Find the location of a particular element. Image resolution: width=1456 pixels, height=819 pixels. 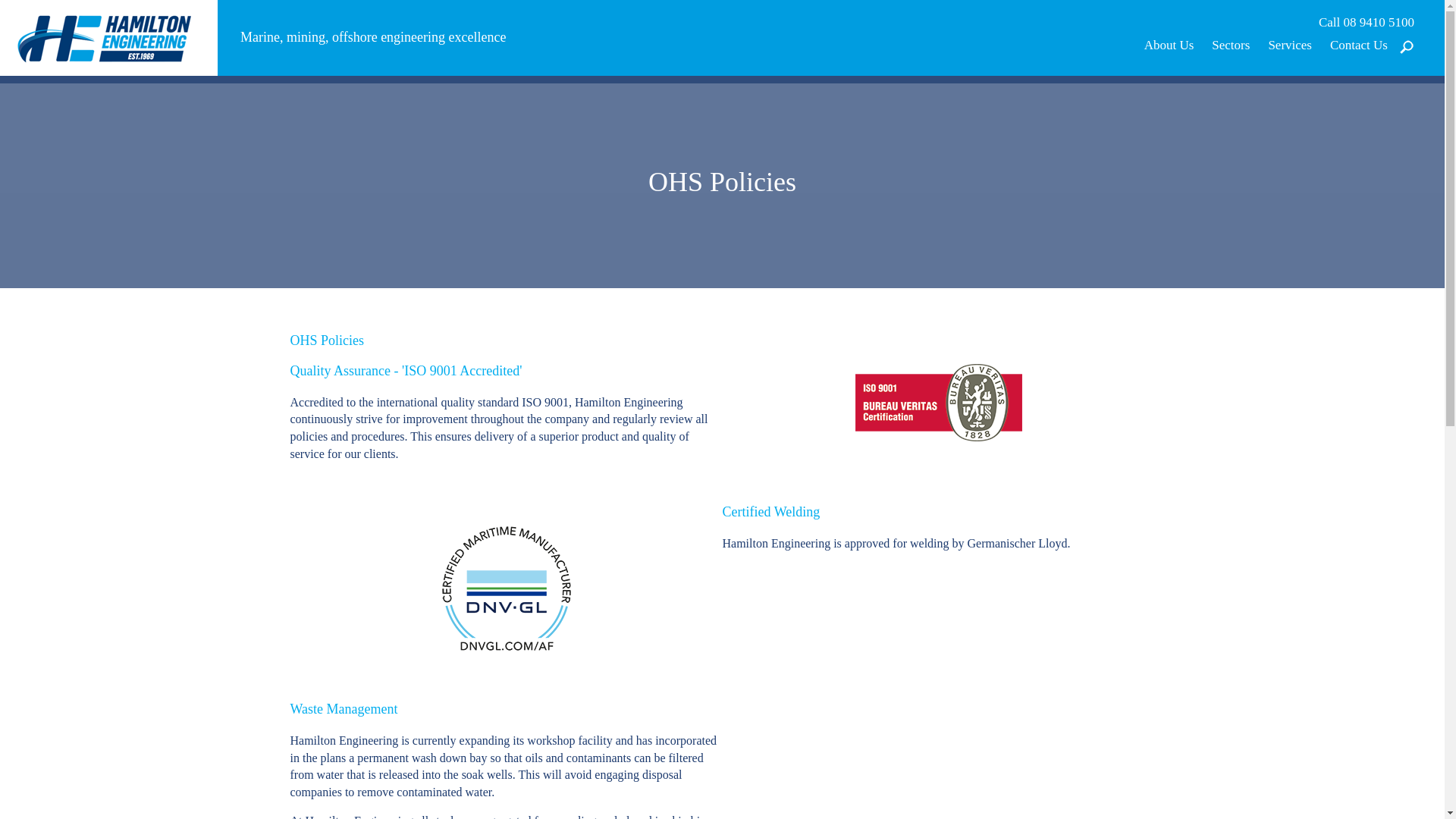

'About Us' is located at coordinates (1168, 44).